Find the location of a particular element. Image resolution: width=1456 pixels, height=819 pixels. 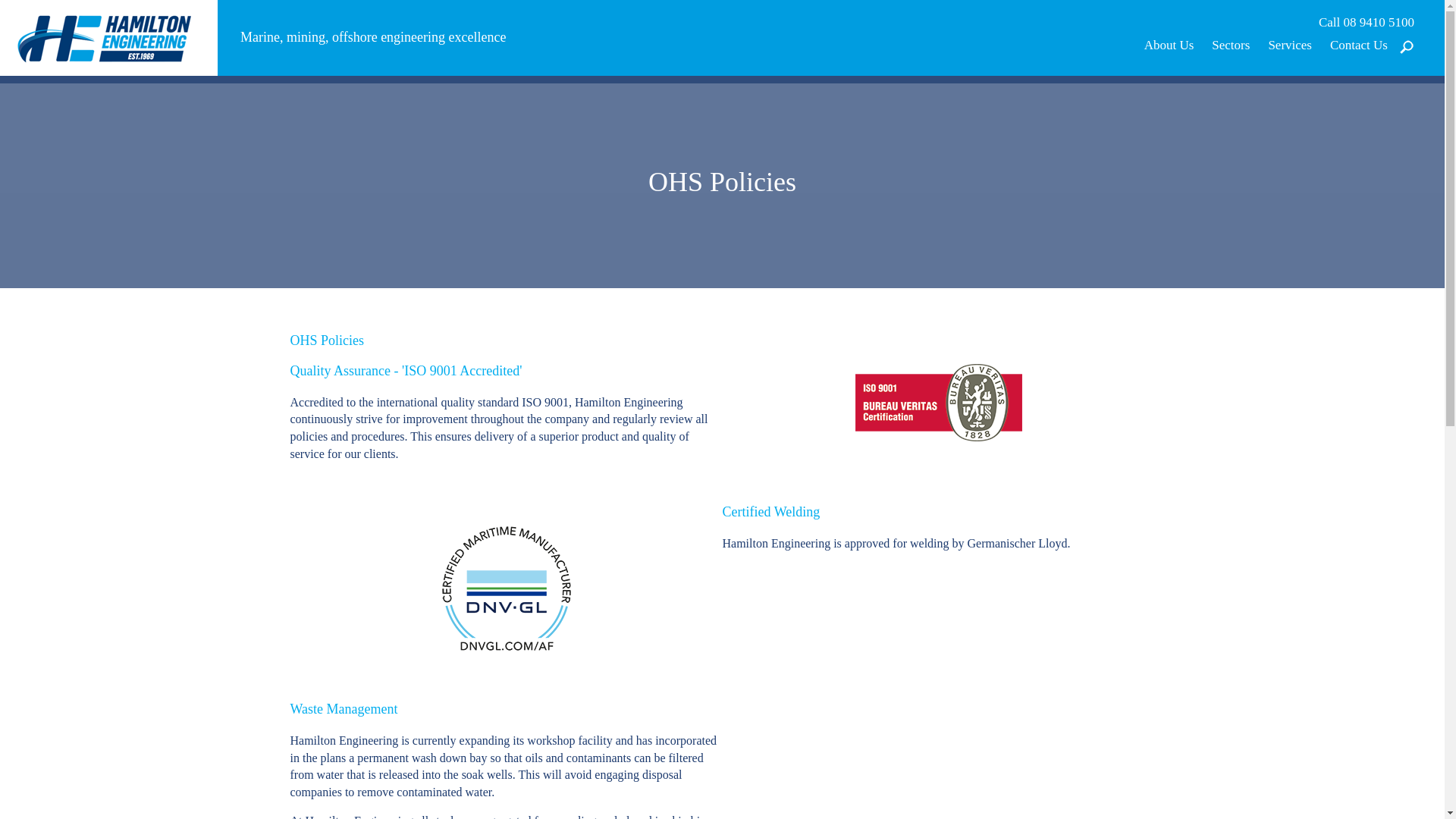

'About Us' is located at coordinates (1168, 44).